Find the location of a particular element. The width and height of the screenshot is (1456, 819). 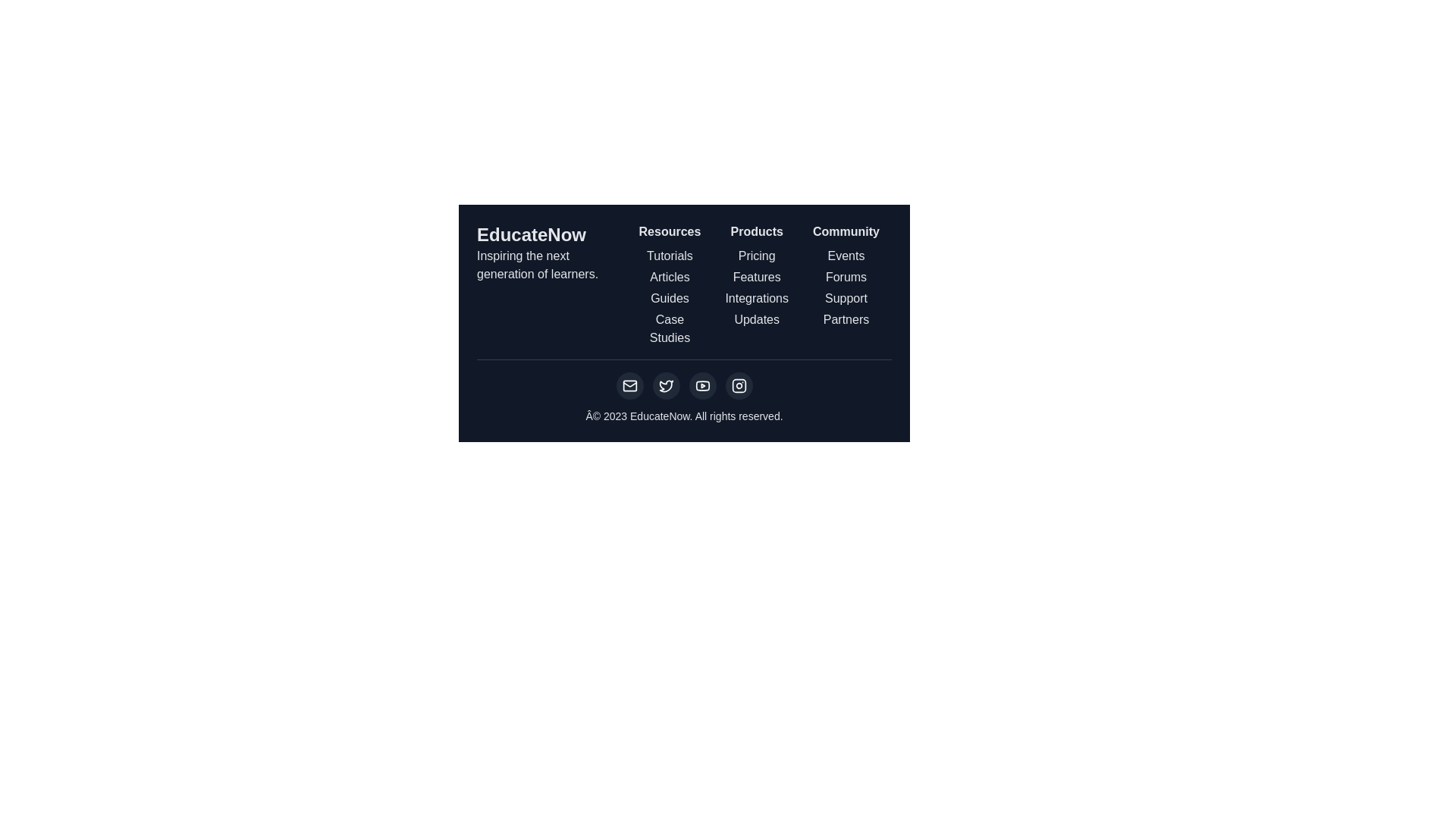

the list of navigation links organized under headings is located at coordinates (683, 284).